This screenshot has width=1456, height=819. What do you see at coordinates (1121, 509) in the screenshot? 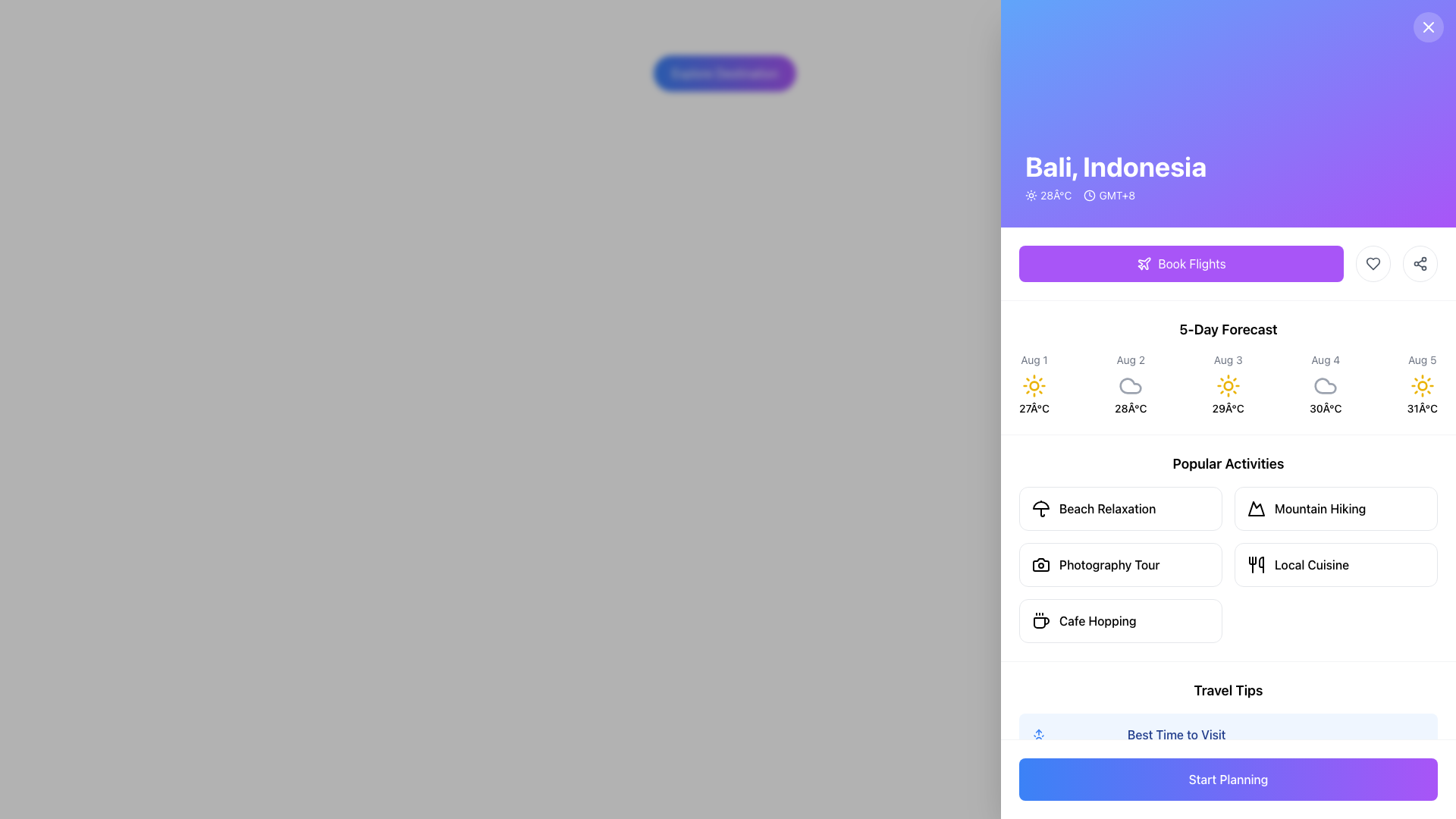
I see `the 'Beach Relaxation' button, which is a rectangular button with rounded corners, a white background, an umbrella icon on the left, and centered black text in medium font weight` at bounding box center [1121, 509].